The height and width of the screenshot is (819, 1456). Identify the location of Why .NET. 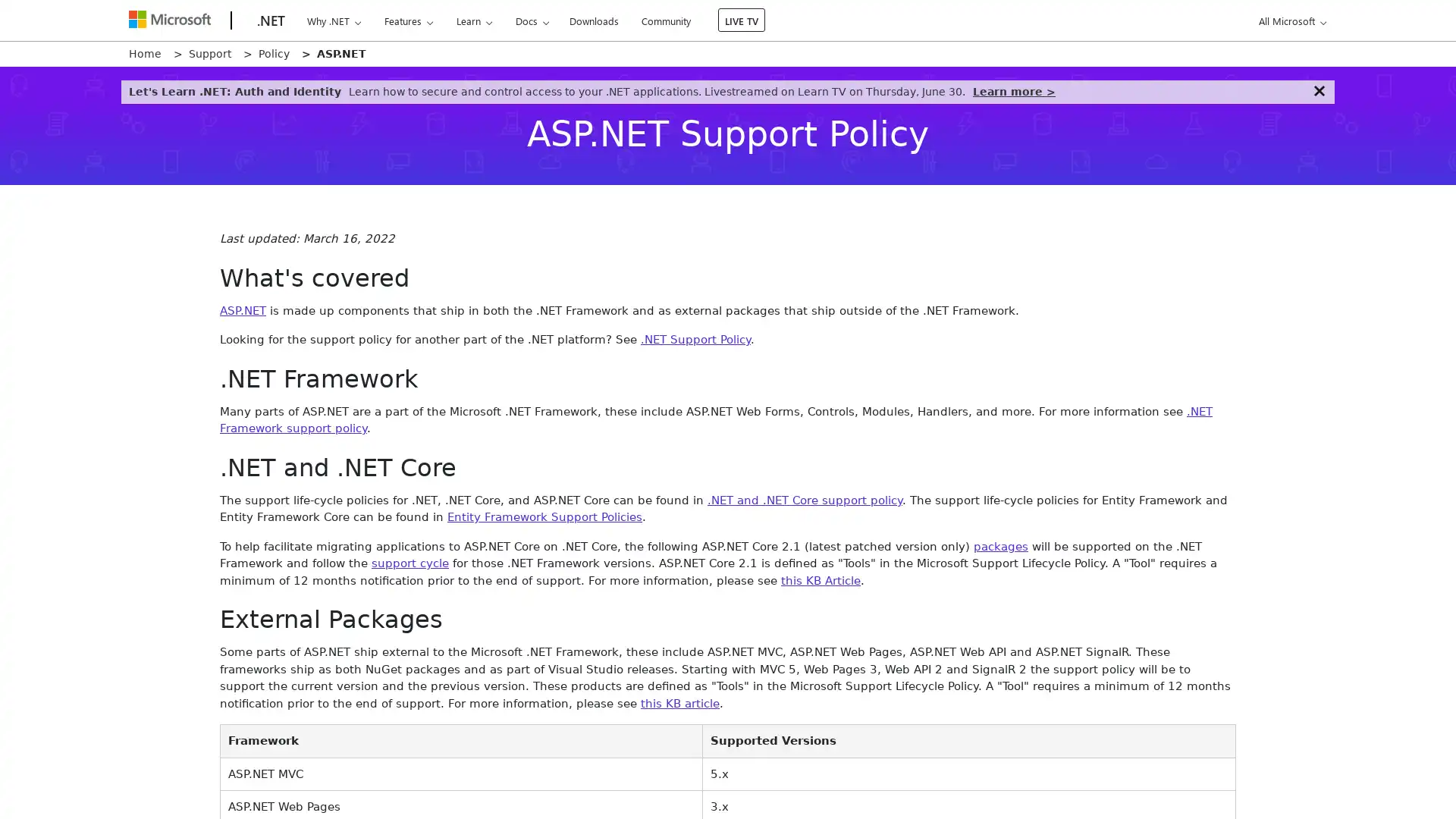
(333, 20).